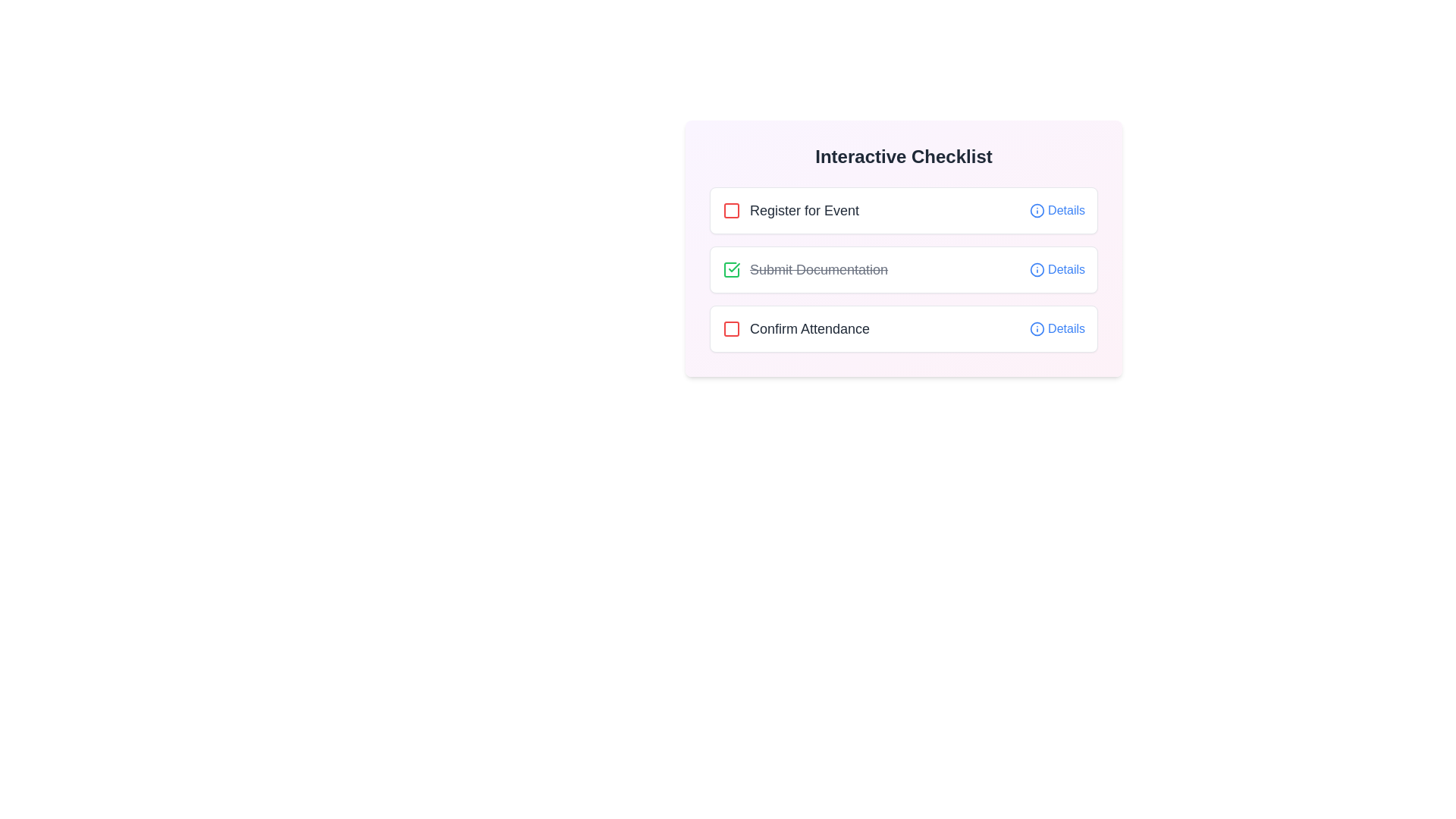 This screenshot has height=819, width=1456. Describe the element at coordinates (1065, 268) in the screenshot. I see `the blue-colored textual label displaying the word 'Details'` at that location.